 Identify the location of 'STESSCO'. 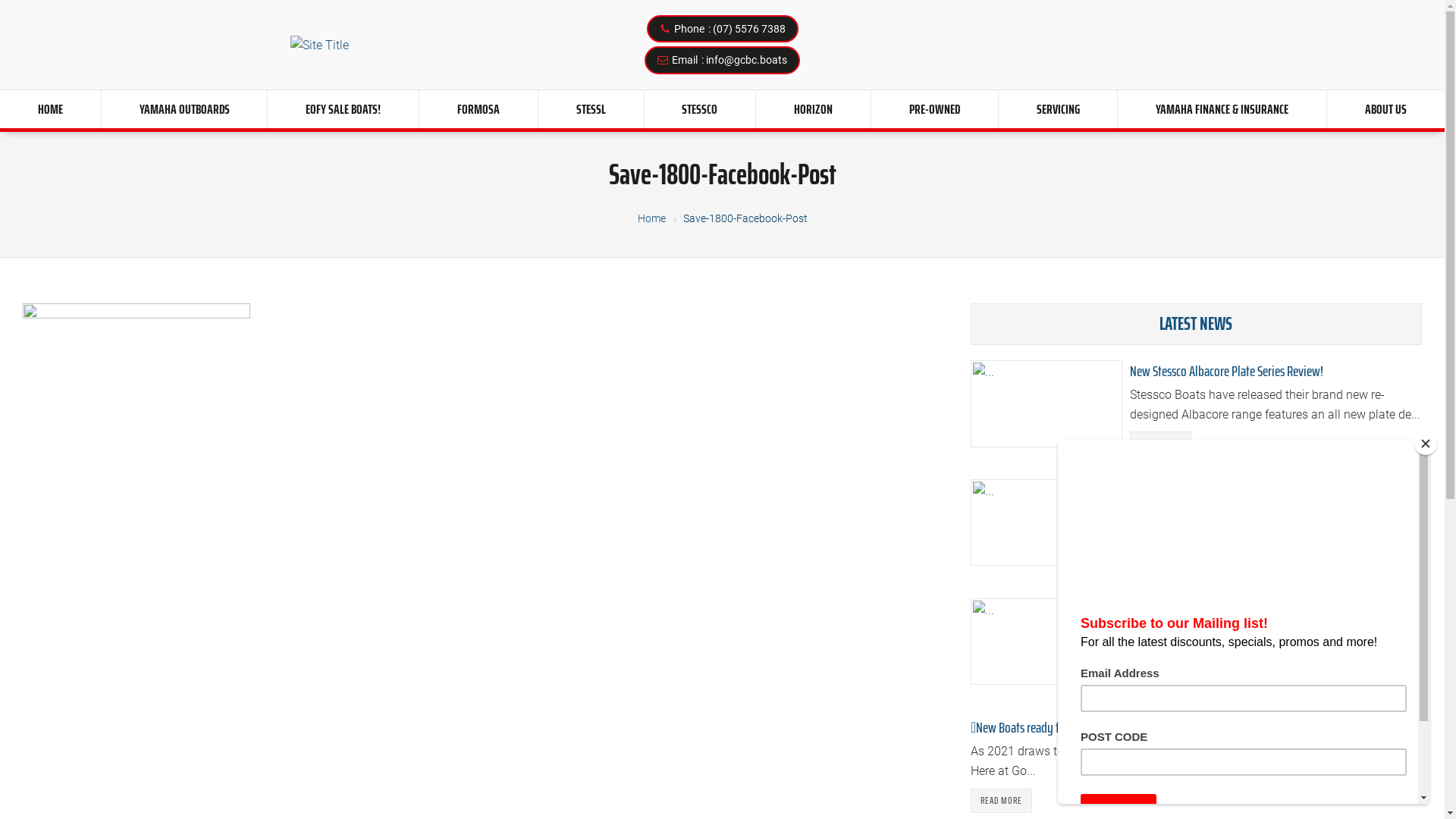
(699, 108).